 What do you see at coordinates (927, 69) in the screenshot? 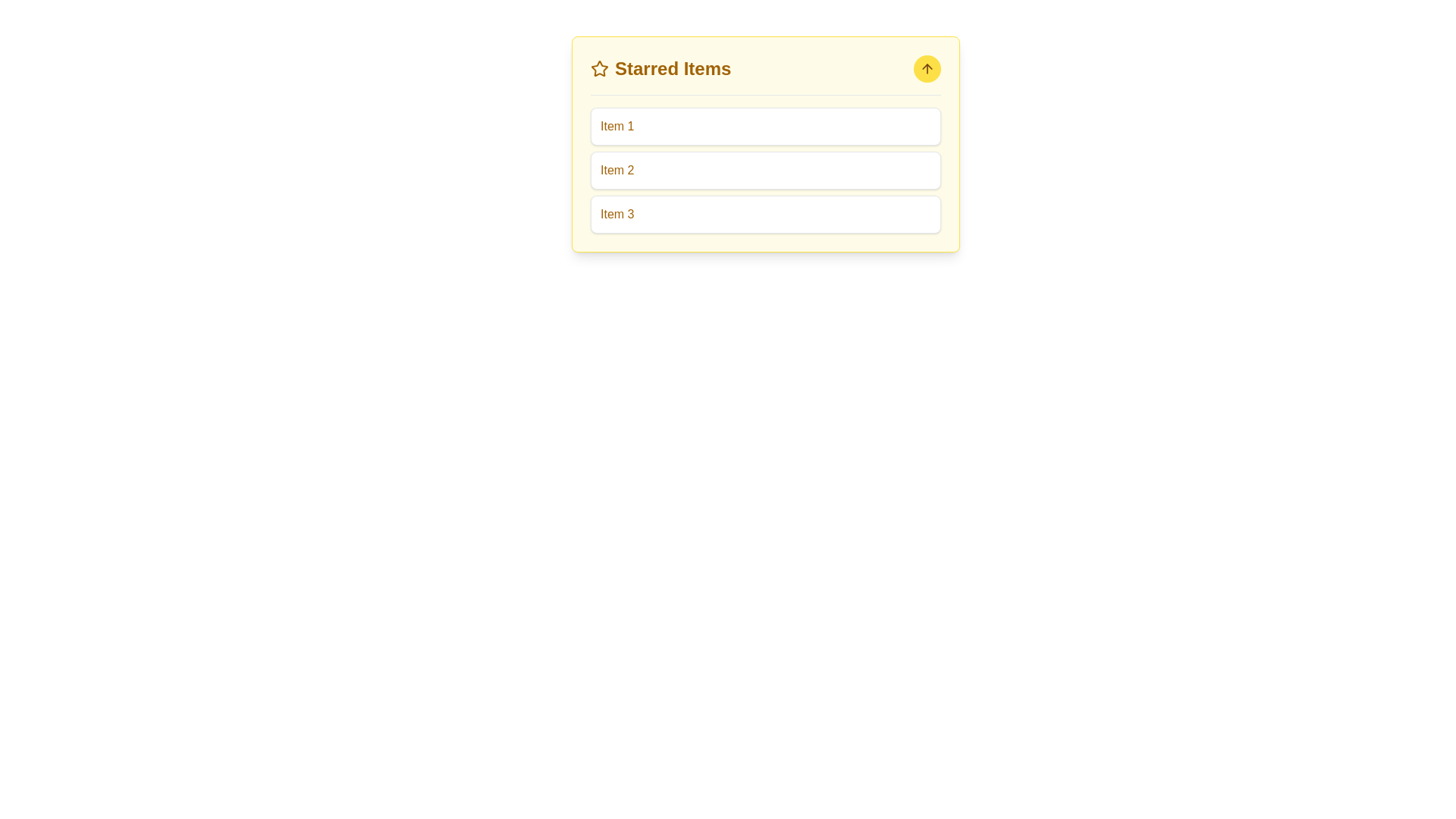
I see `the upward-pointing arrow icon within the circular yellow button located in the top-right corner of the 'Starred Items' card` at bounding box center [927, 69].